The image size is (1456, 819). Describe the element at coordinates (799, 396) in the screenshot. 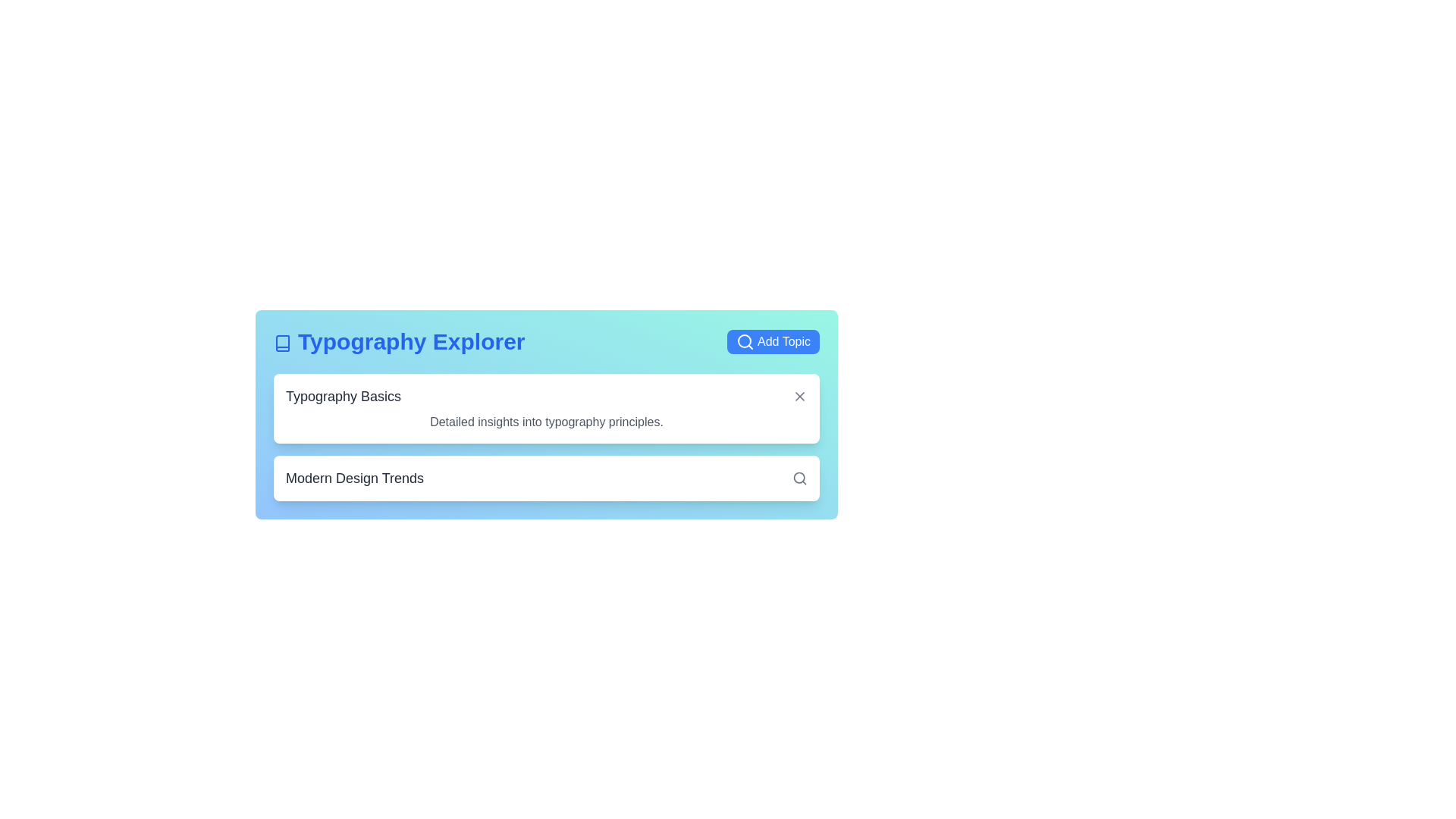

I see `the button located at the right end of the 'Typography Basics' header` at that location.